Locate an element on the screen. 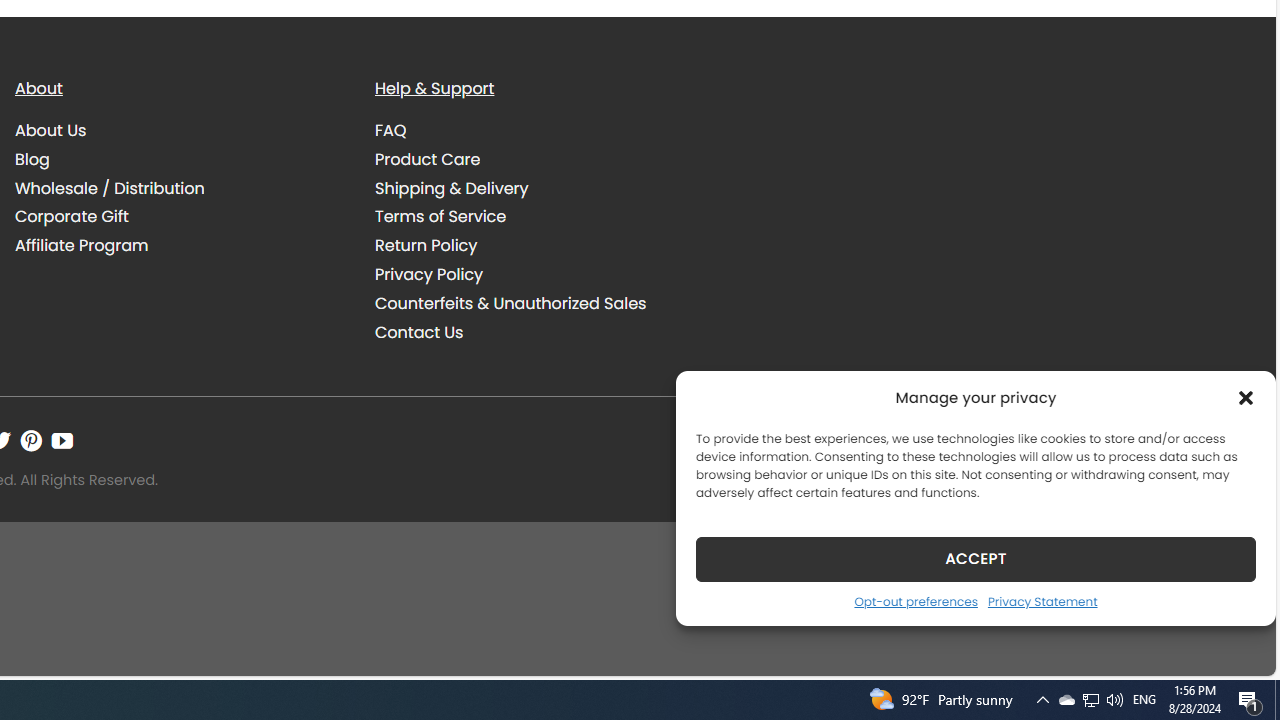  'Privacy Policy' is located at coordinates (540, 274).